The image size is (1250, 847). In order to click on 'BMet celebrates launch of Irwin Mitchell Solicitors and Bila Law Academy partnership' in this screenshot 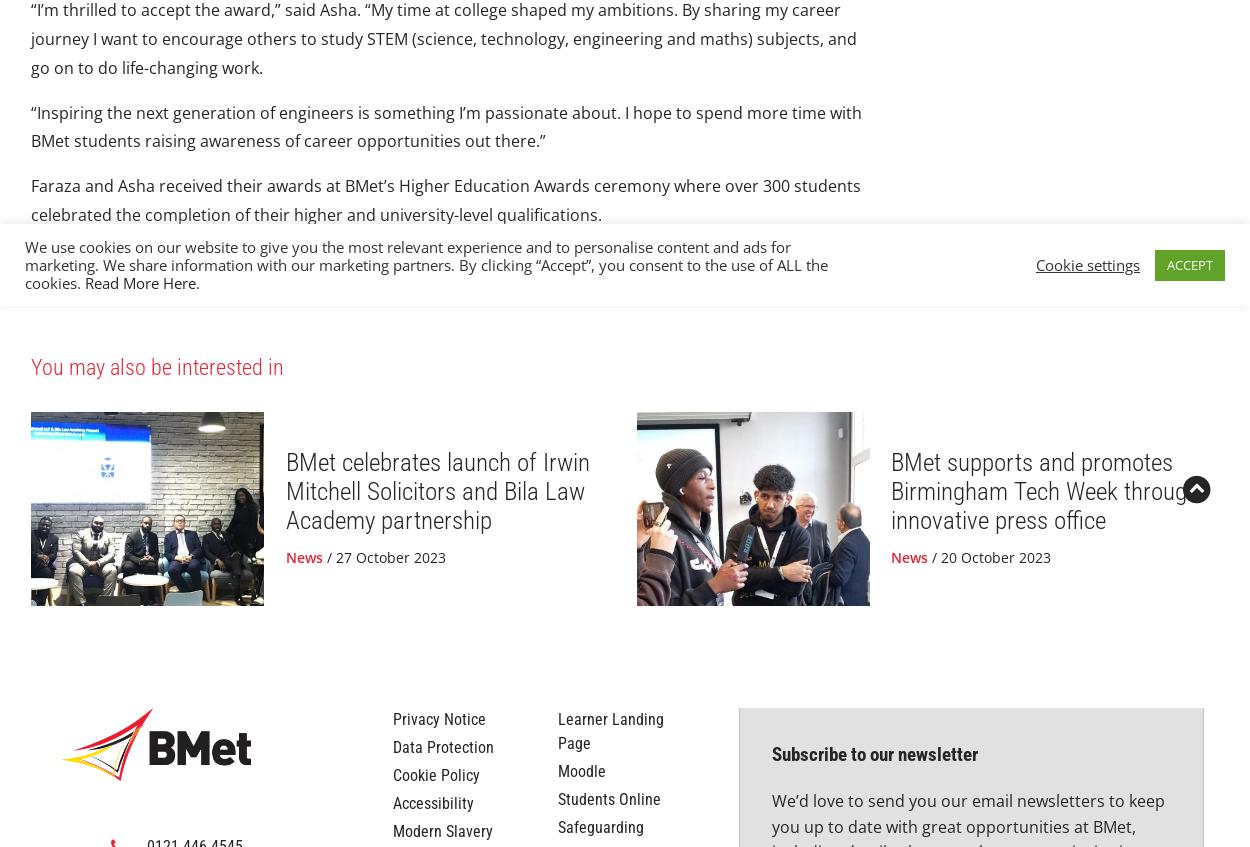, I will do `click(437, 635)`.